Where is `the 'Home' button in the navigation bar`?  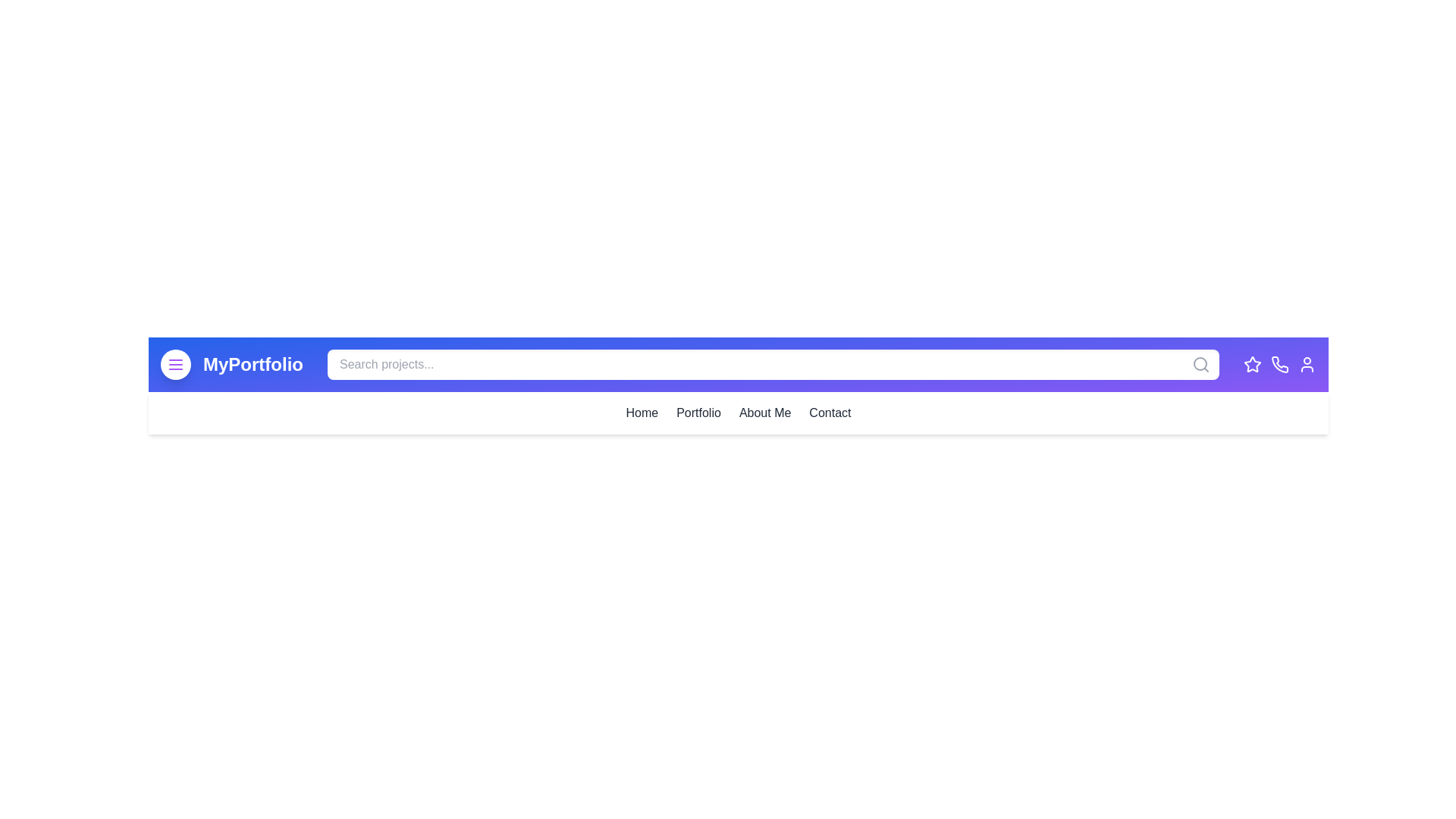 the 'Home' button in the navigation bar is located at coordinates (641, 413).